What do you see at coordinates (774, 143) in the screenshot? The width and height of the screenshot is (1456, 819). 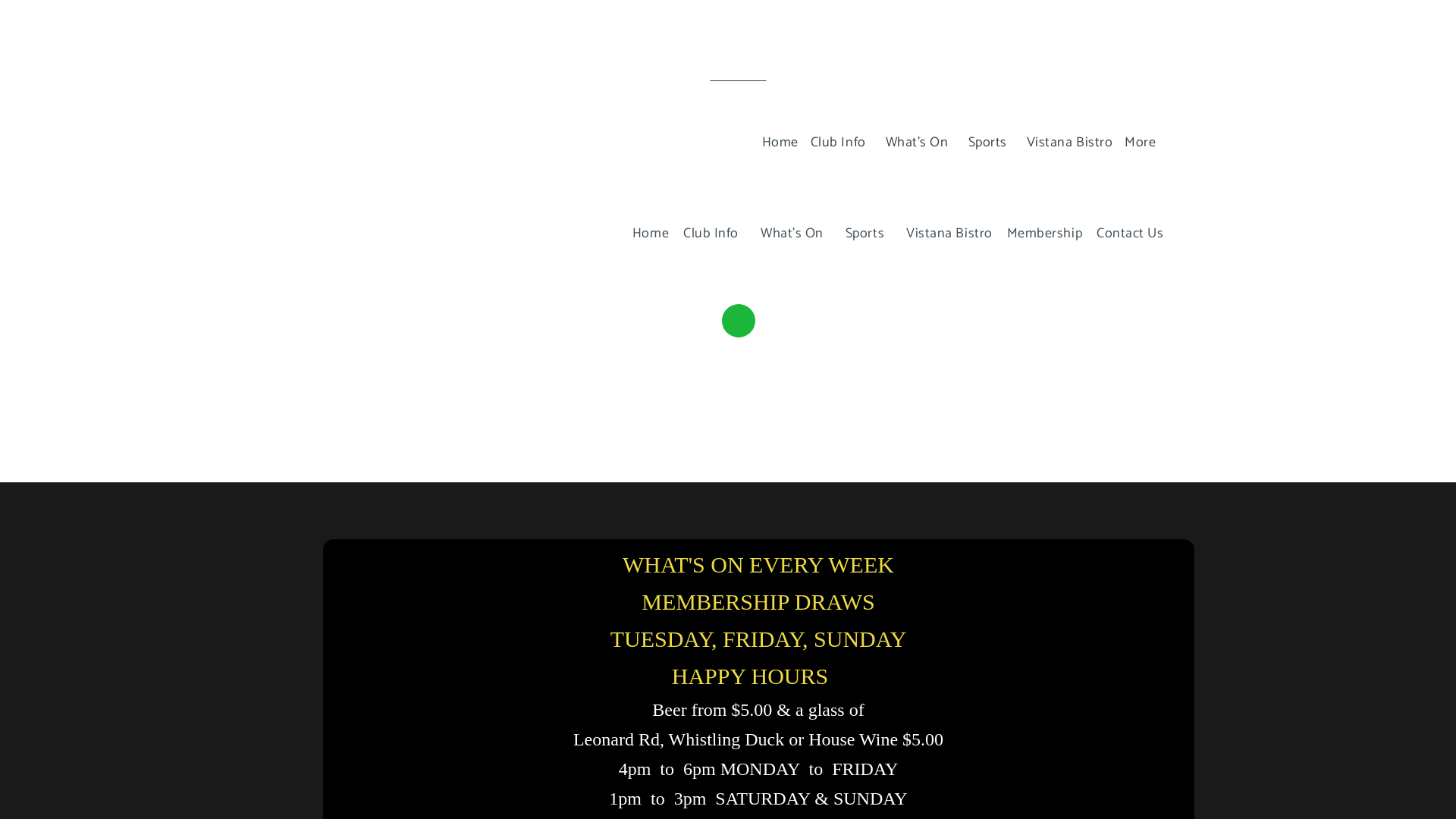 I see `'Home'` at bounding box center [774, 143].